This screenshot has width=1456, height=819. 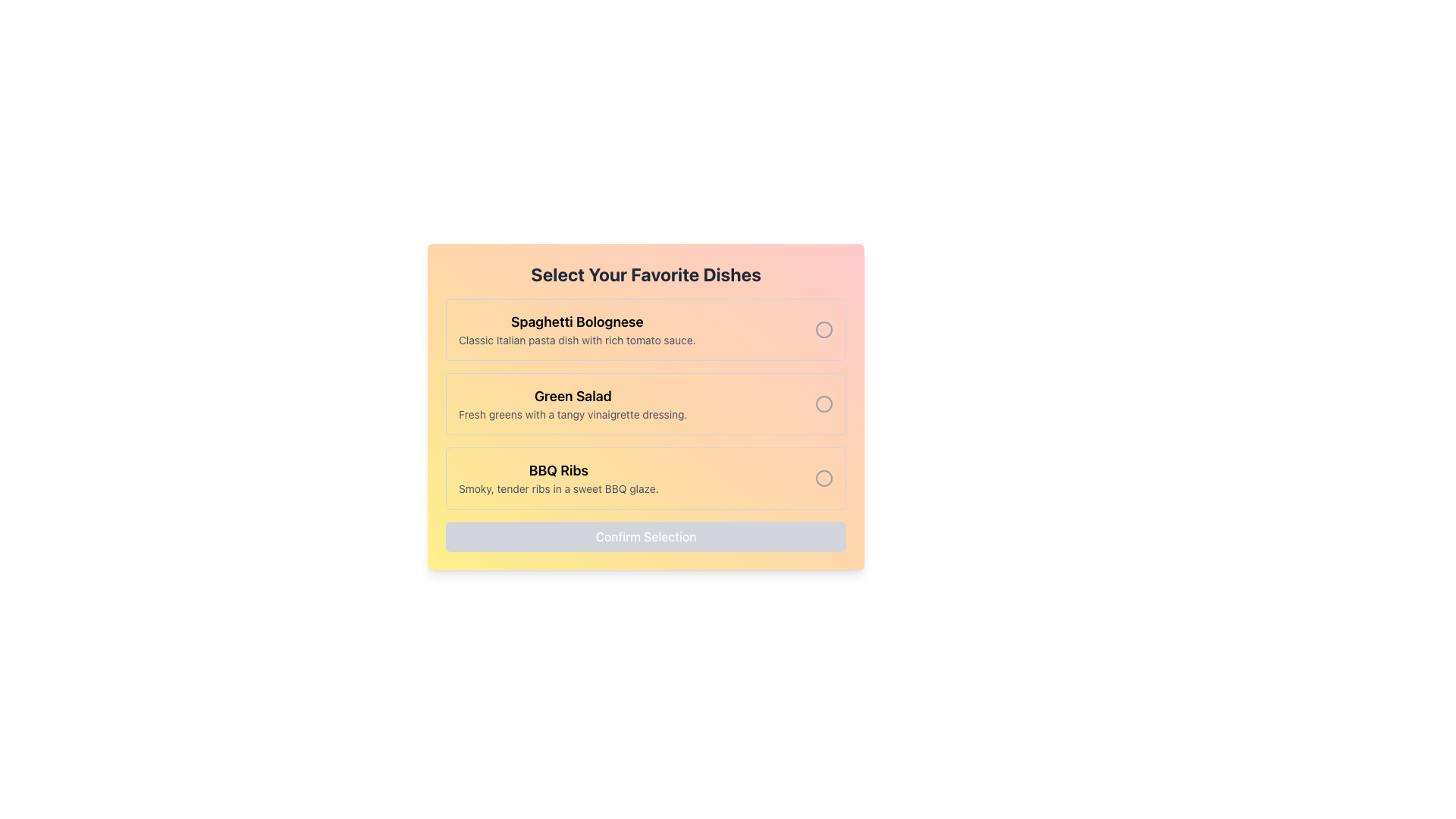 What do you see at coordinates (645, 536) in the screenshot?
I see `the 'Confirm Selection' button located at the bottom of the 'Select Your Favorite Dishes' section to observe a style change` at bounding box center [645, 536].